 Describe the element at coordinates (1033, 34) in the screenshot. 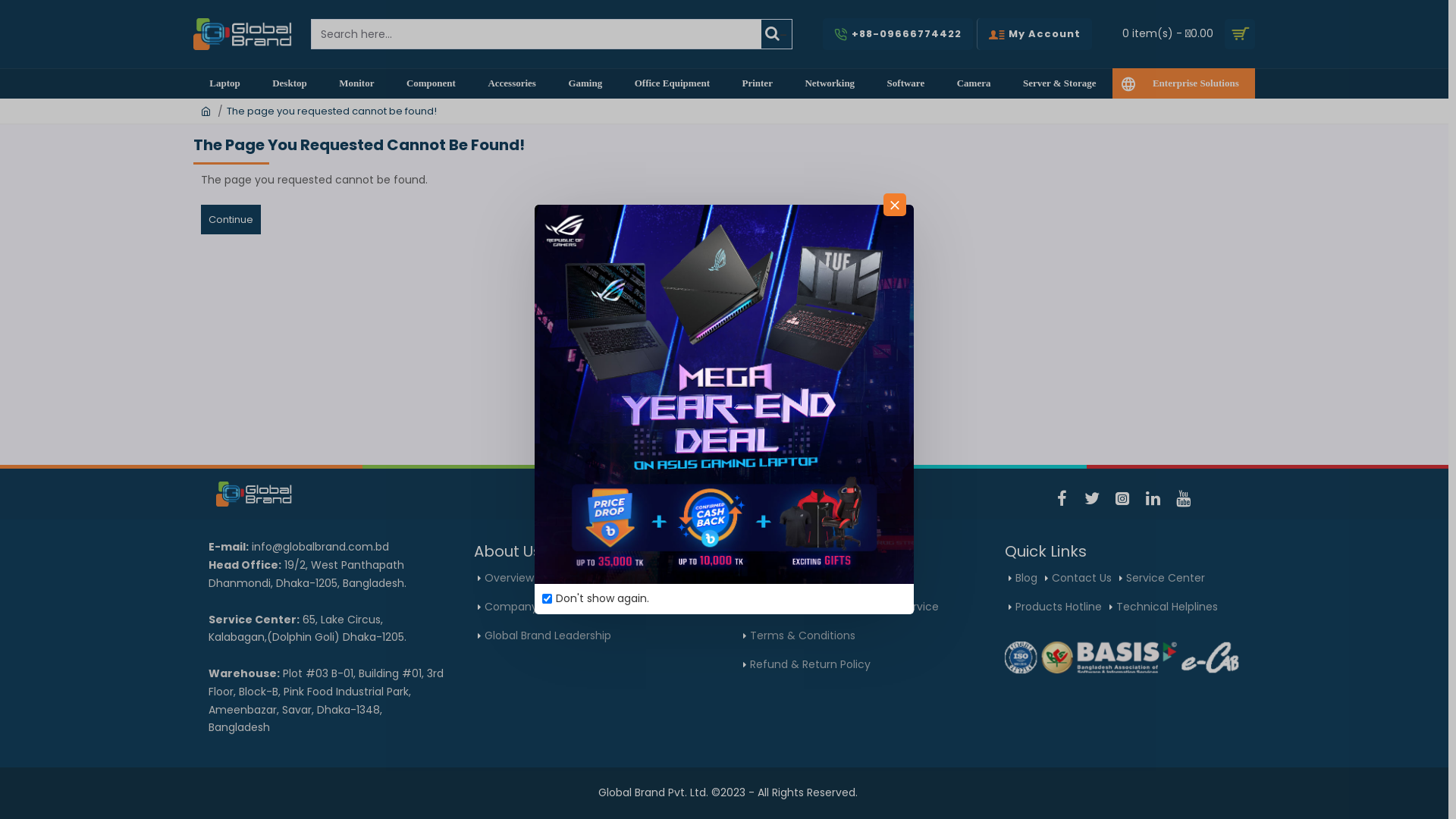

I see `'My Account'` at that location.